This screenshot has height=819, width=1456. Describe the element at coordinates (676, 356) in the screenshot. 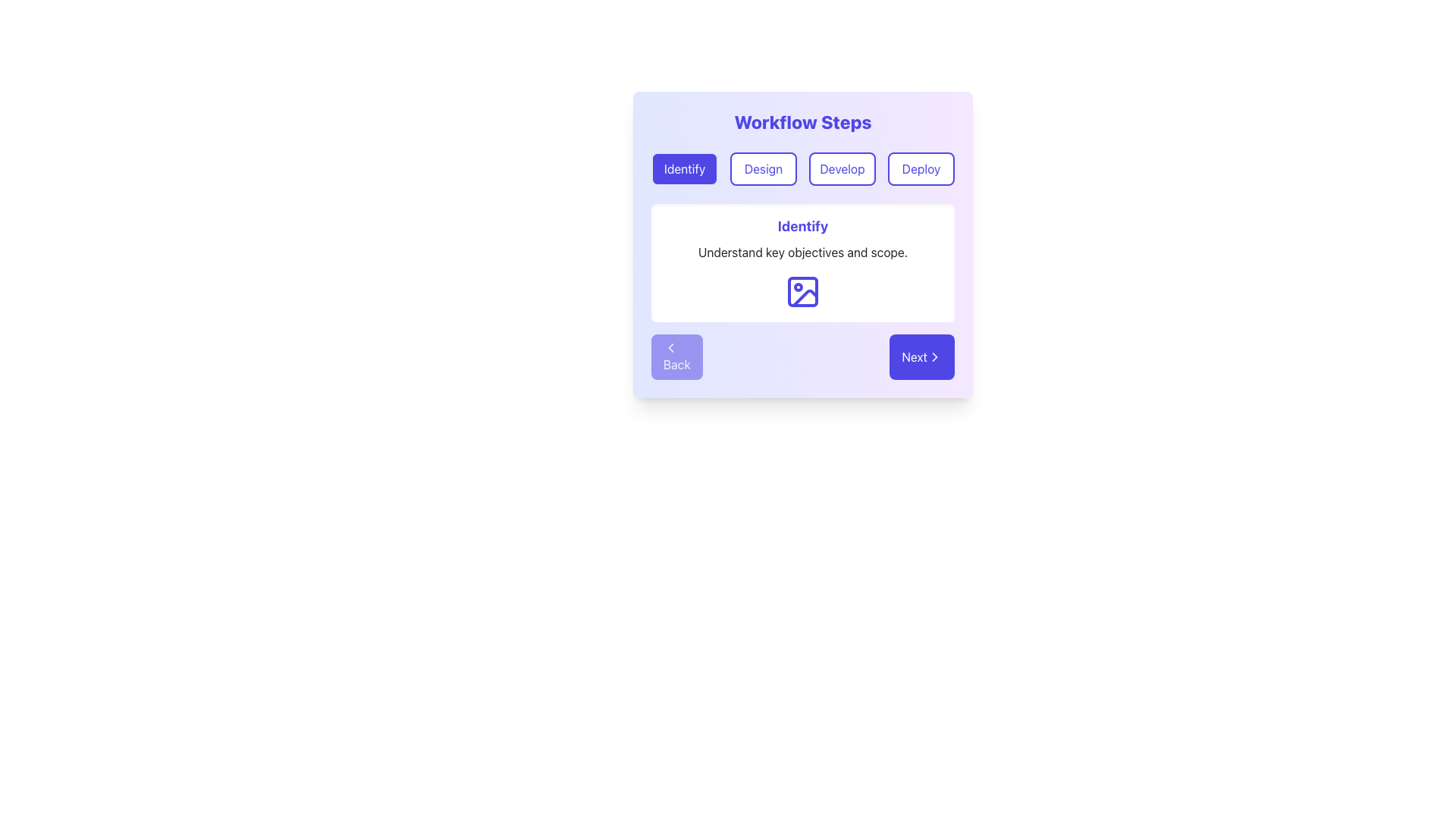

I see `the 'Back' button with a left arrow icon, located at the bottom left corner of the 'Workflow Steps' card` at that location.